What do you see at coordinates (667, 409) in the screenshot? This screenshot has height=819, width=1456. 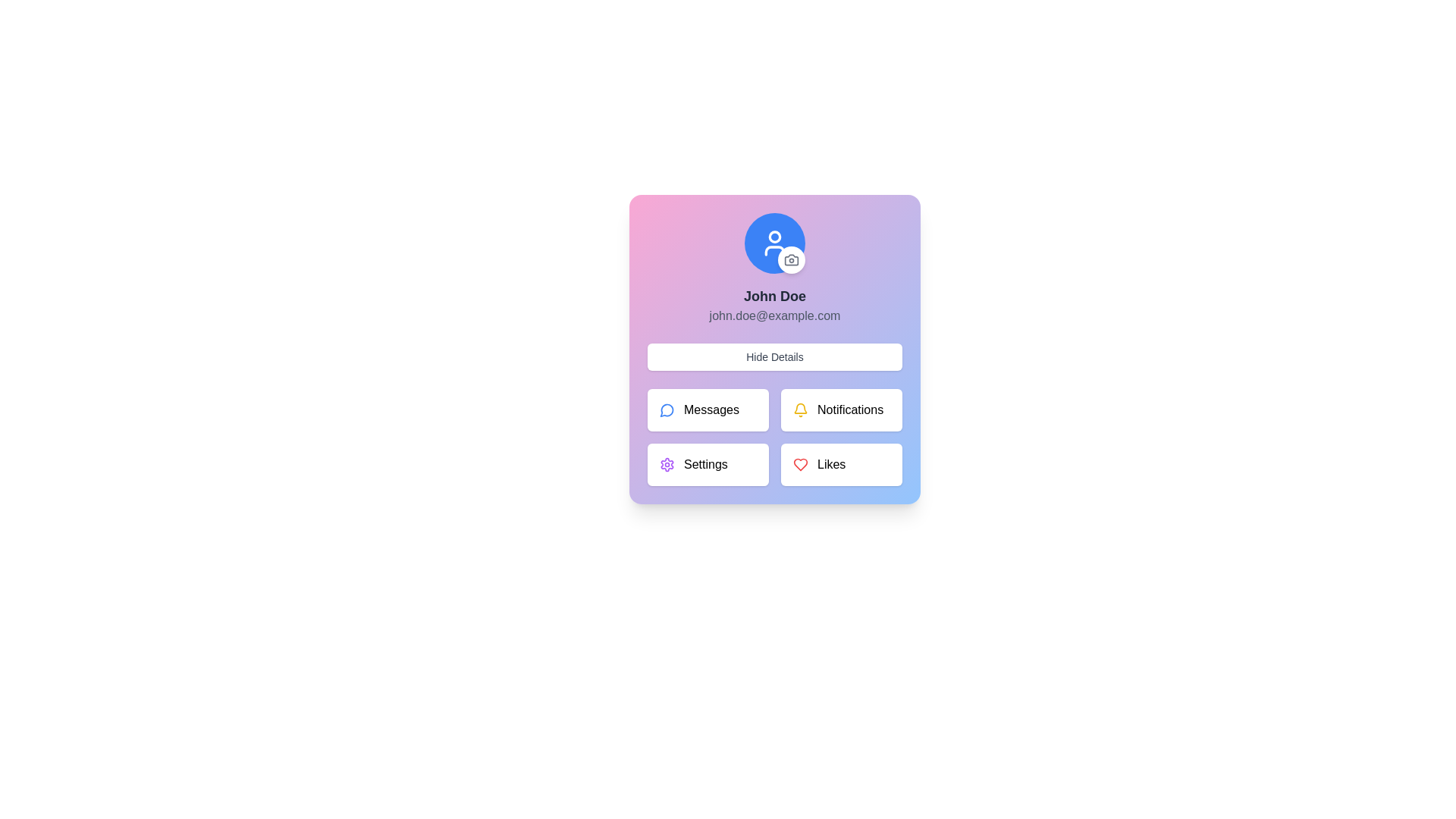 I see `the 'Messages' icon located in the top-left quadrant of the card, adjacent to the text label 'Messages'` at bounding box center [667, 409].